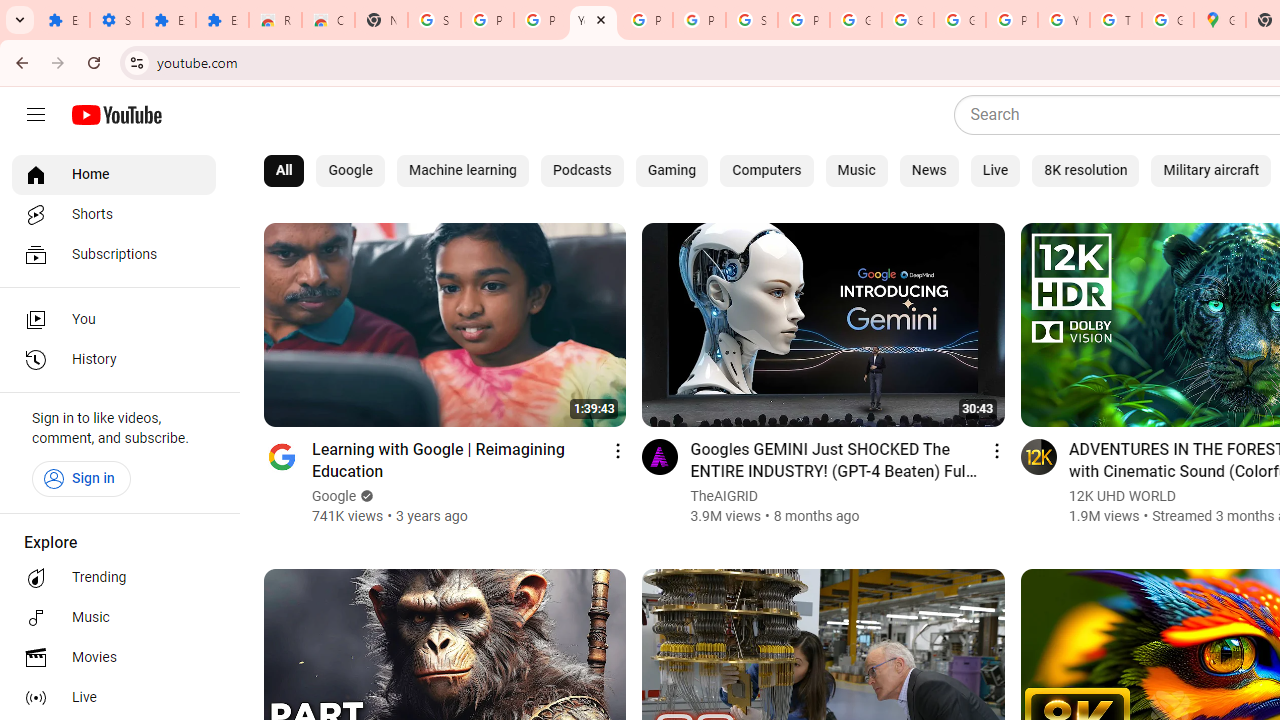 This screenshot has height=720, width=1280. I want to click on 'Action menu', so click(996, 450).